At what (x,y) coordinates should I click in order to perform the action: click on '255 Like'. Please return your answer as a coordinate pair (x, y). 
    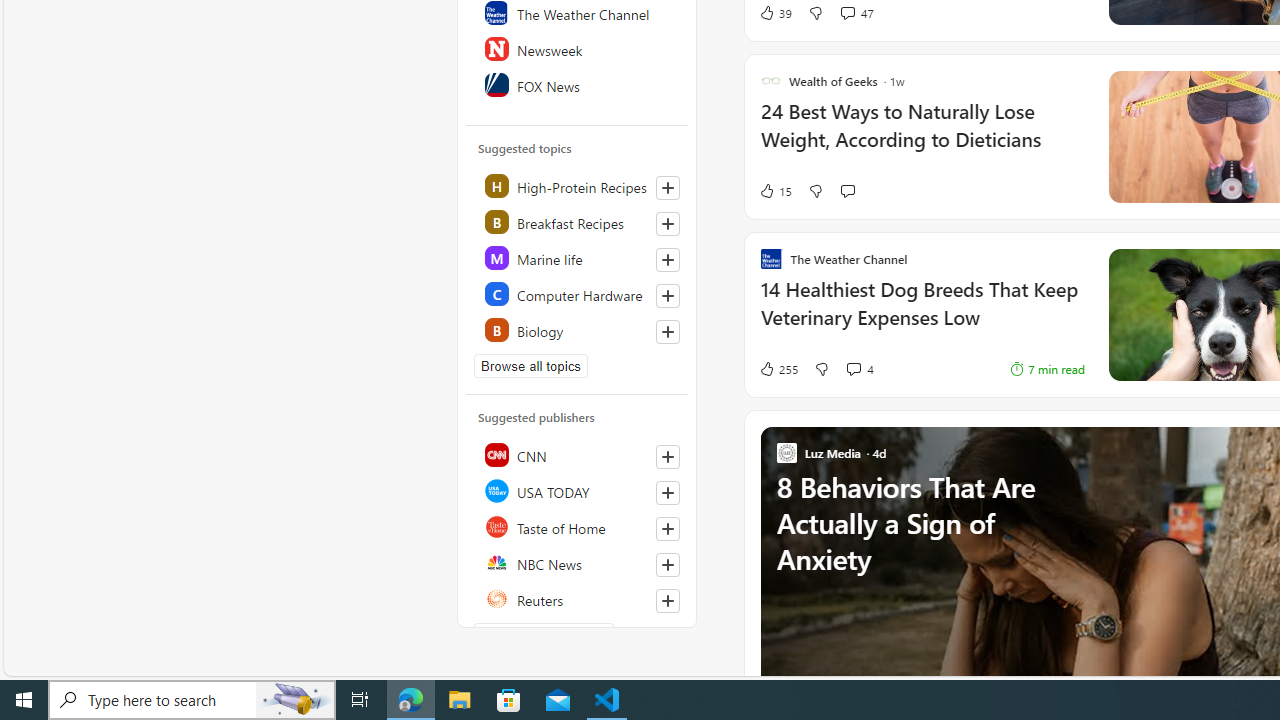
    Looking at the image, I should click on (777, 368).